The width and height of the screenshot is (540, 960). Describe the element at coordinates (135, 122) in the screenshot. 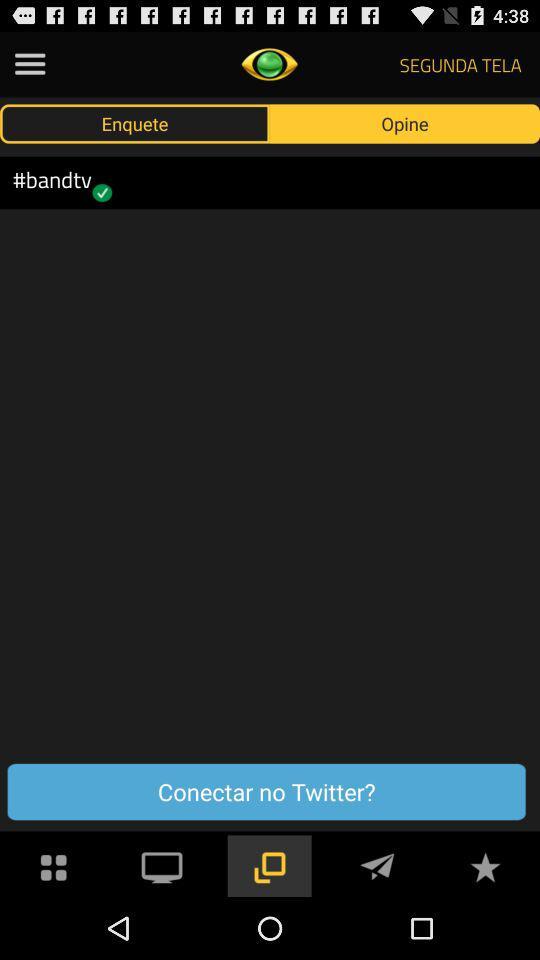

I see `icon next to the opine` at that location.